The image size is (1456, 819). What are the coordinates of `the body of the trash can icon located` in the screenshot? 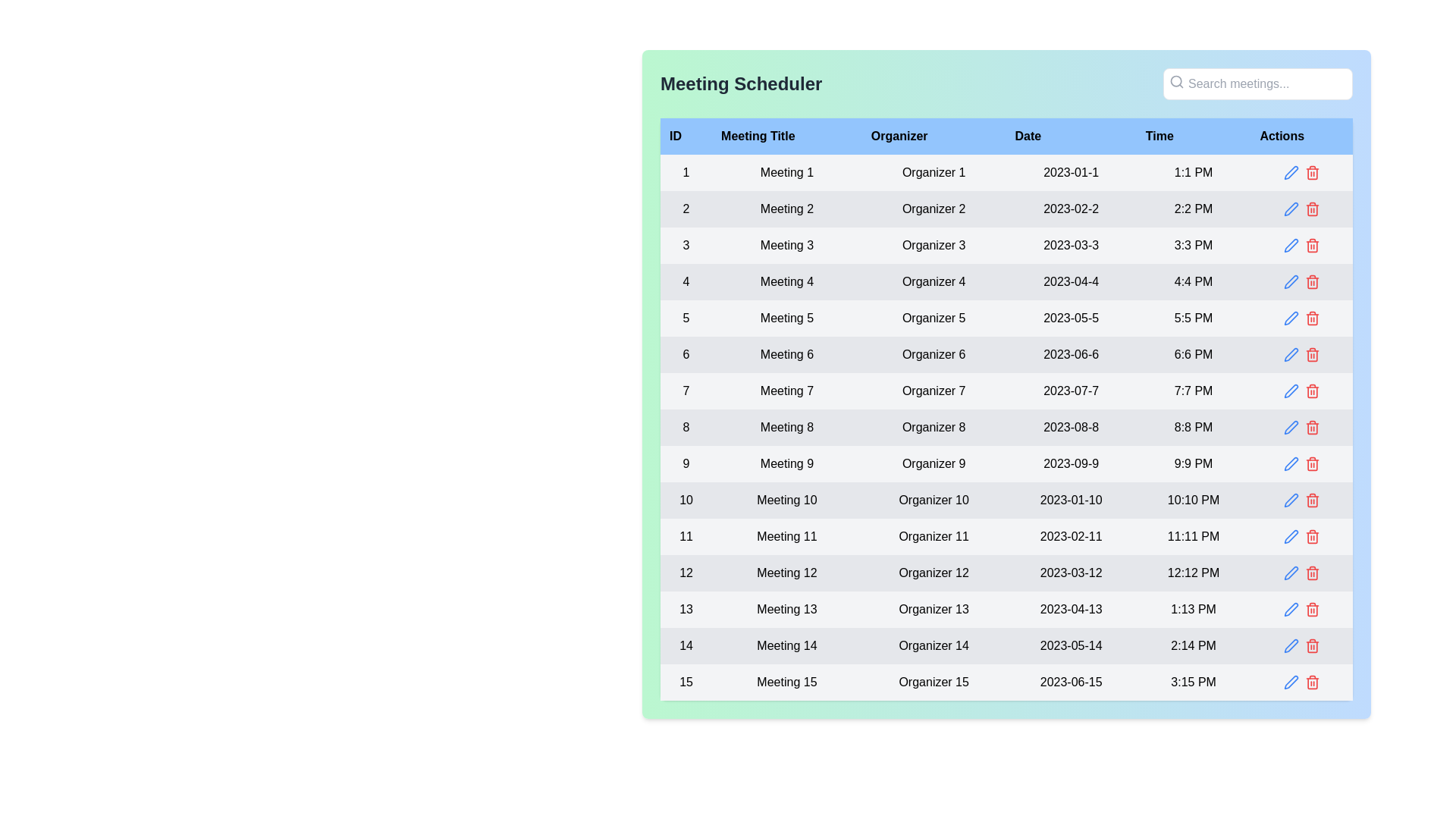 It's located at (1311, 610).